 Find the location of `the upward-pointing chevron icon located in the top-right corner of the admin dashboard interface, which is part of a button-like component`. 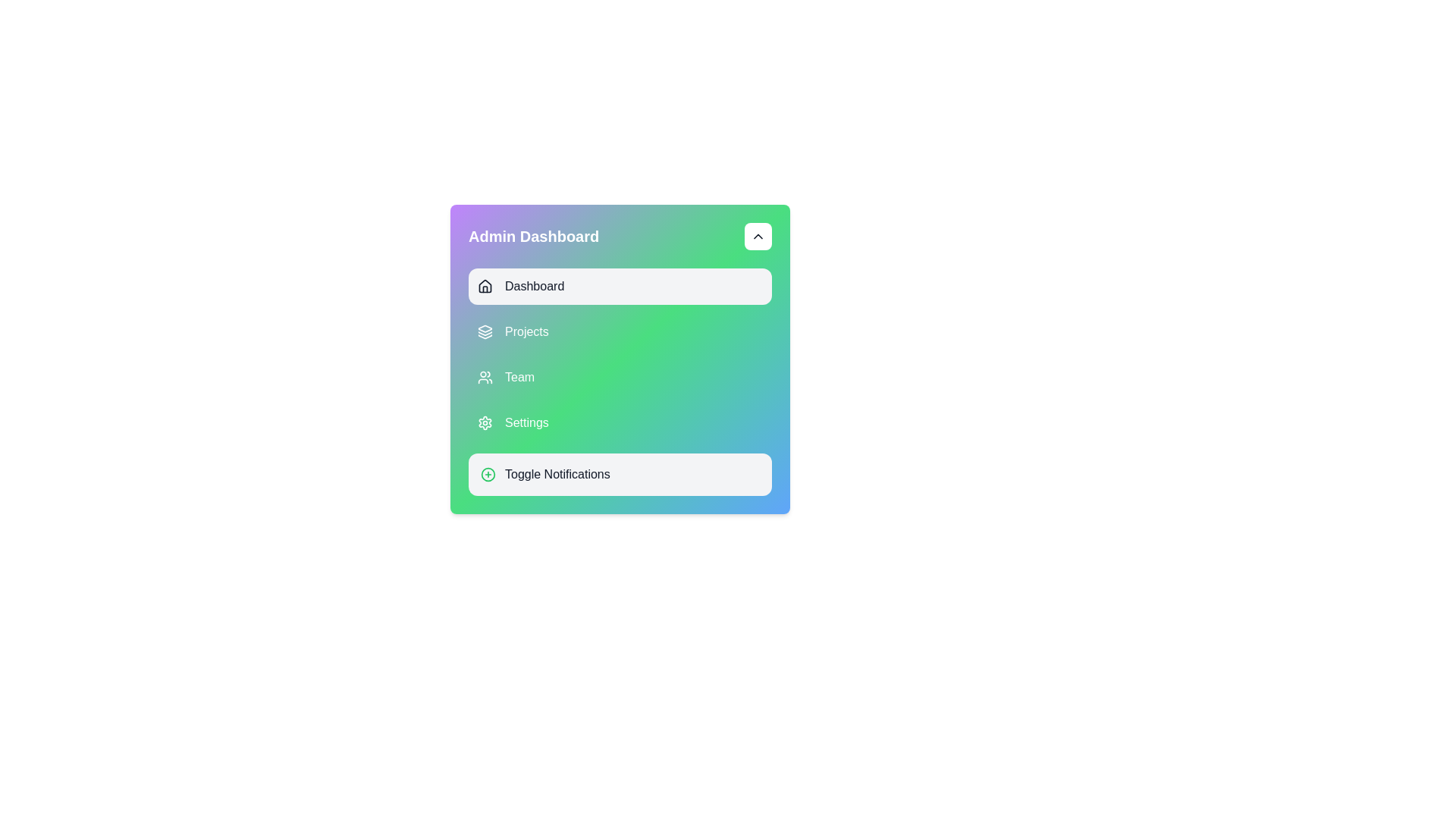

the upward-pointing chevron icon located in the top-right corner of the admin dashboard interface, which is part of a button-like component is located at coordinates (758, 237).